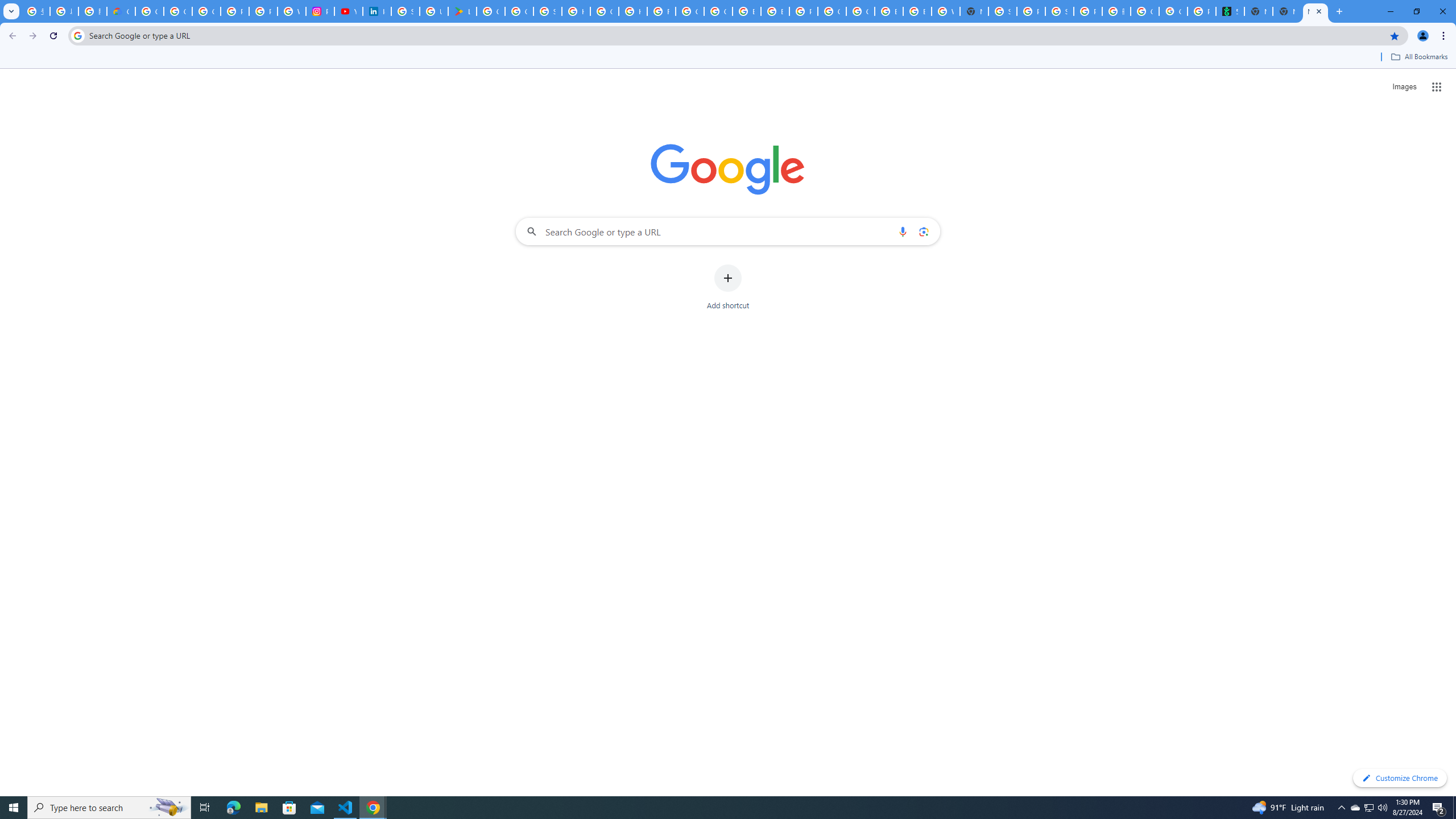  Describe the element at coordinates (832, 11) in the screenshot. I see `'Google Cloud Platform'` at that location.